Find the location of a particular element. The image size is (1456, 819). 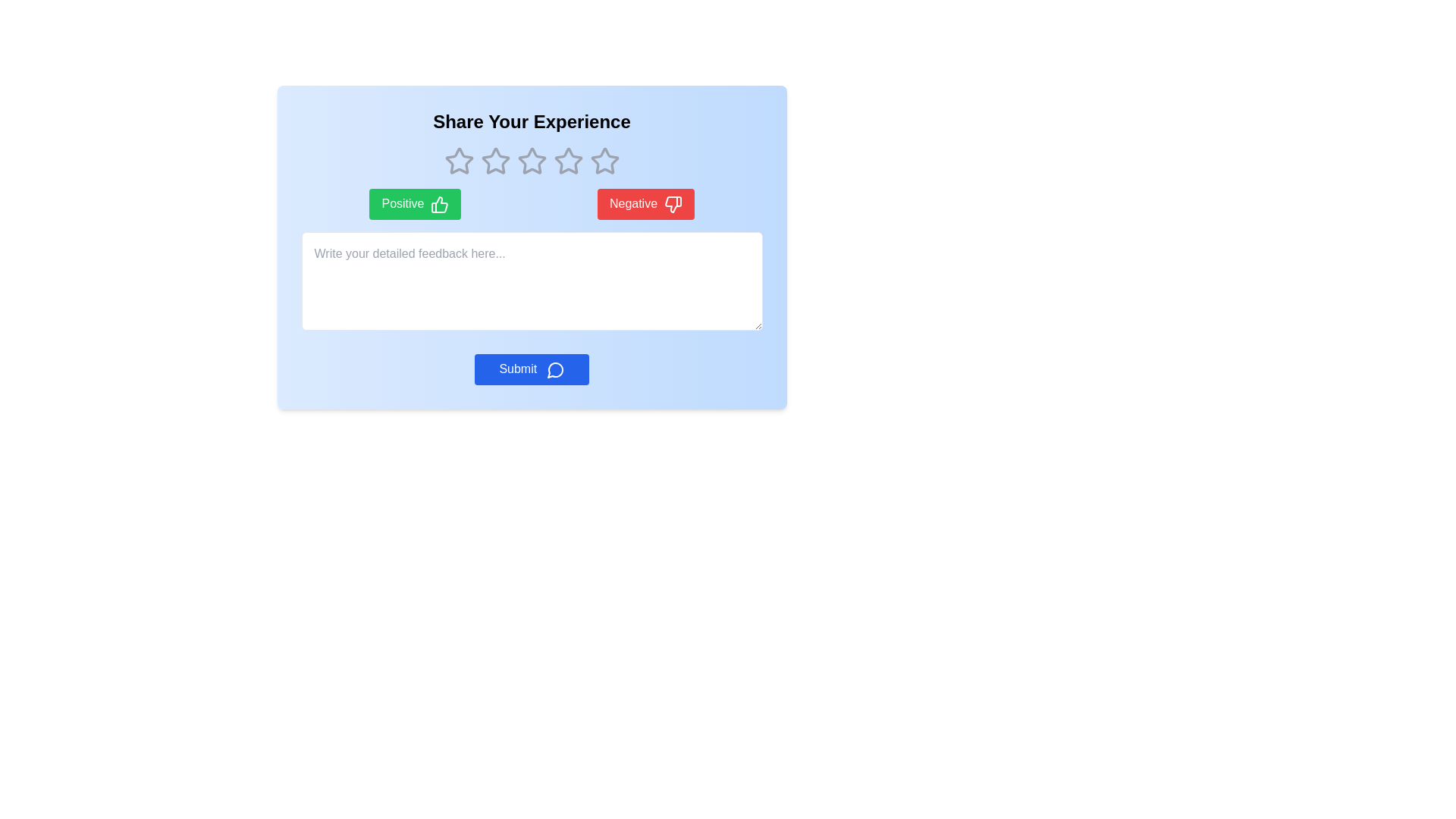

the fifth star icon in the rating section of the feedback form is located at coordinates (604, 161).